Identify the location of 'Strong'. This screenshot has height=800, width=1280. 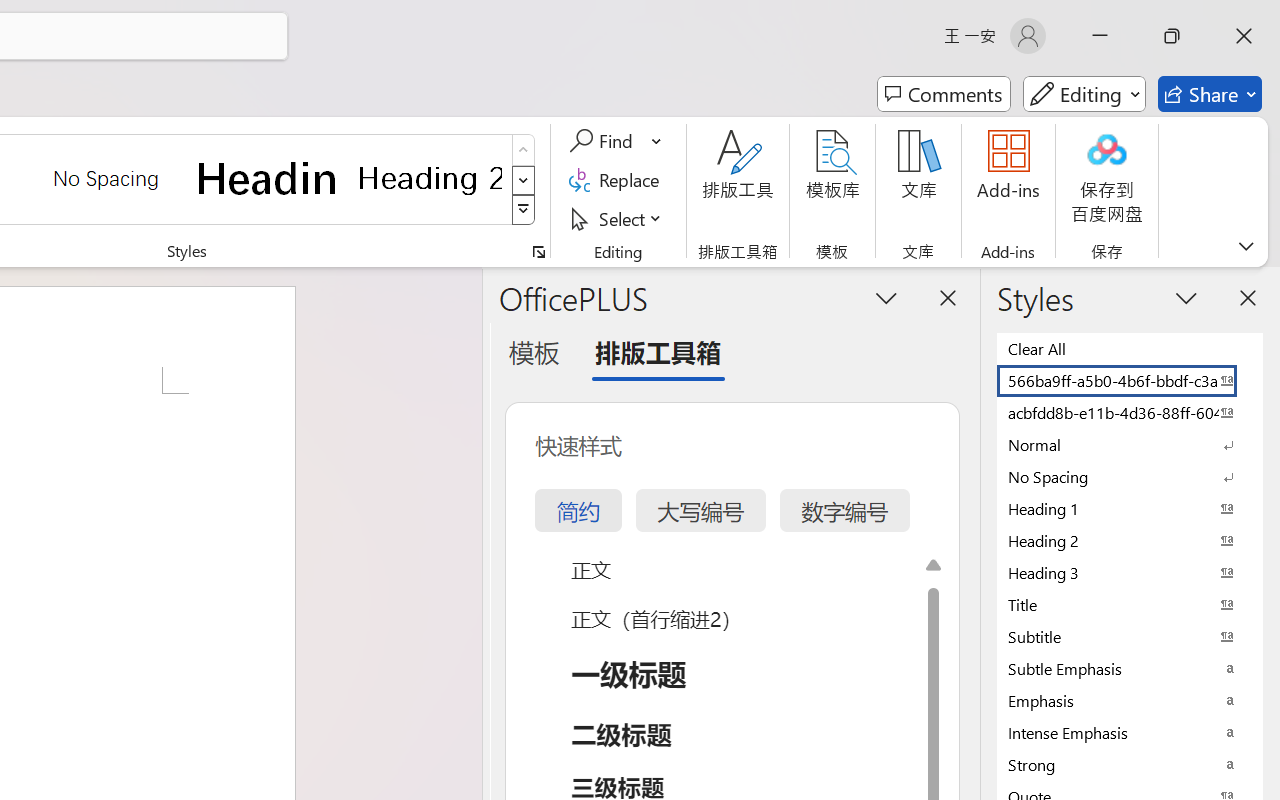
(1130, 764).